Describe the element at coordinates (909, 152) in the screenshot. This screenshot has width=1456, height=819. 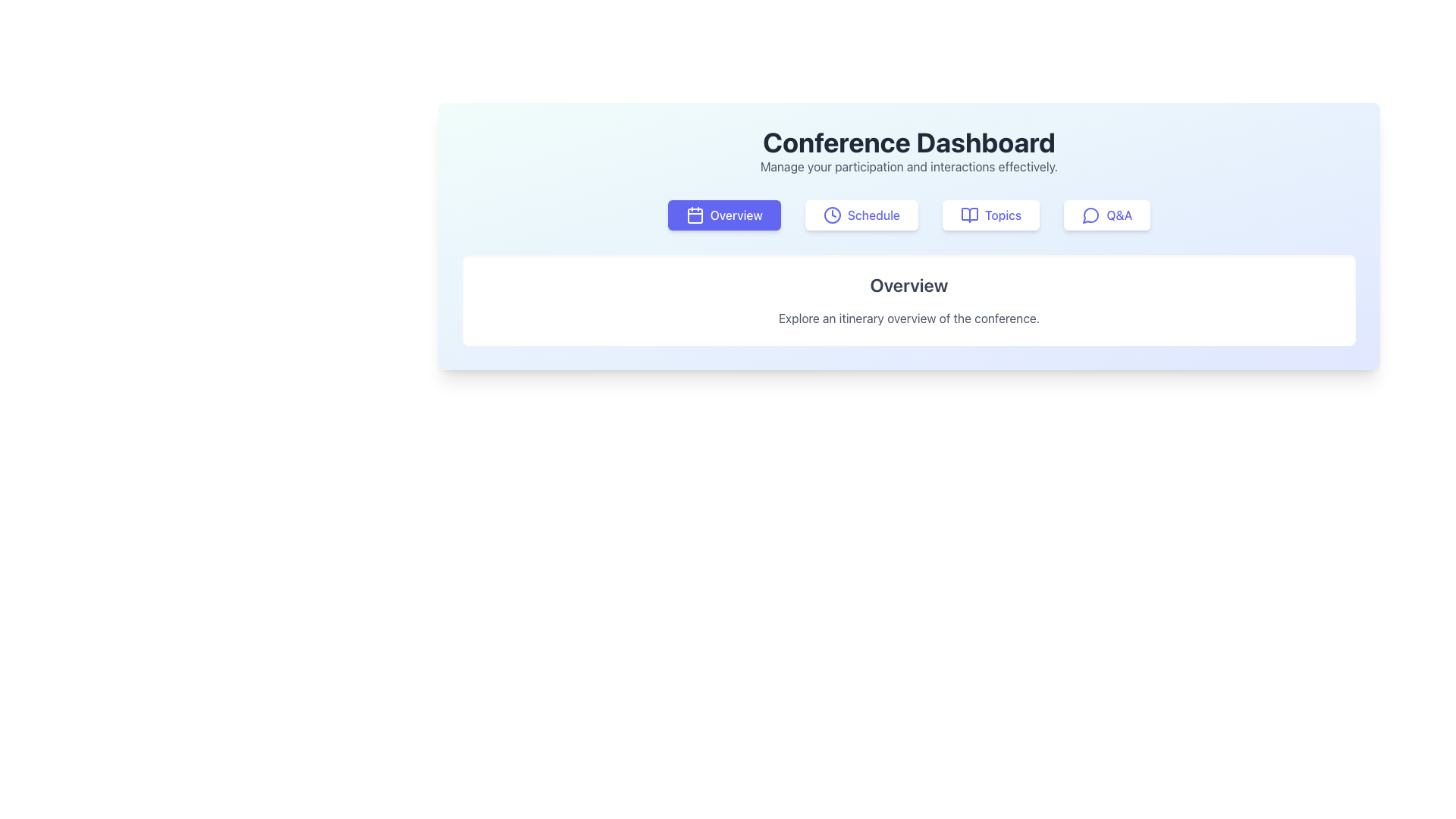
I see `the centered heading section displaying 'Conference Dashboard' and its descriptive text` at that location.